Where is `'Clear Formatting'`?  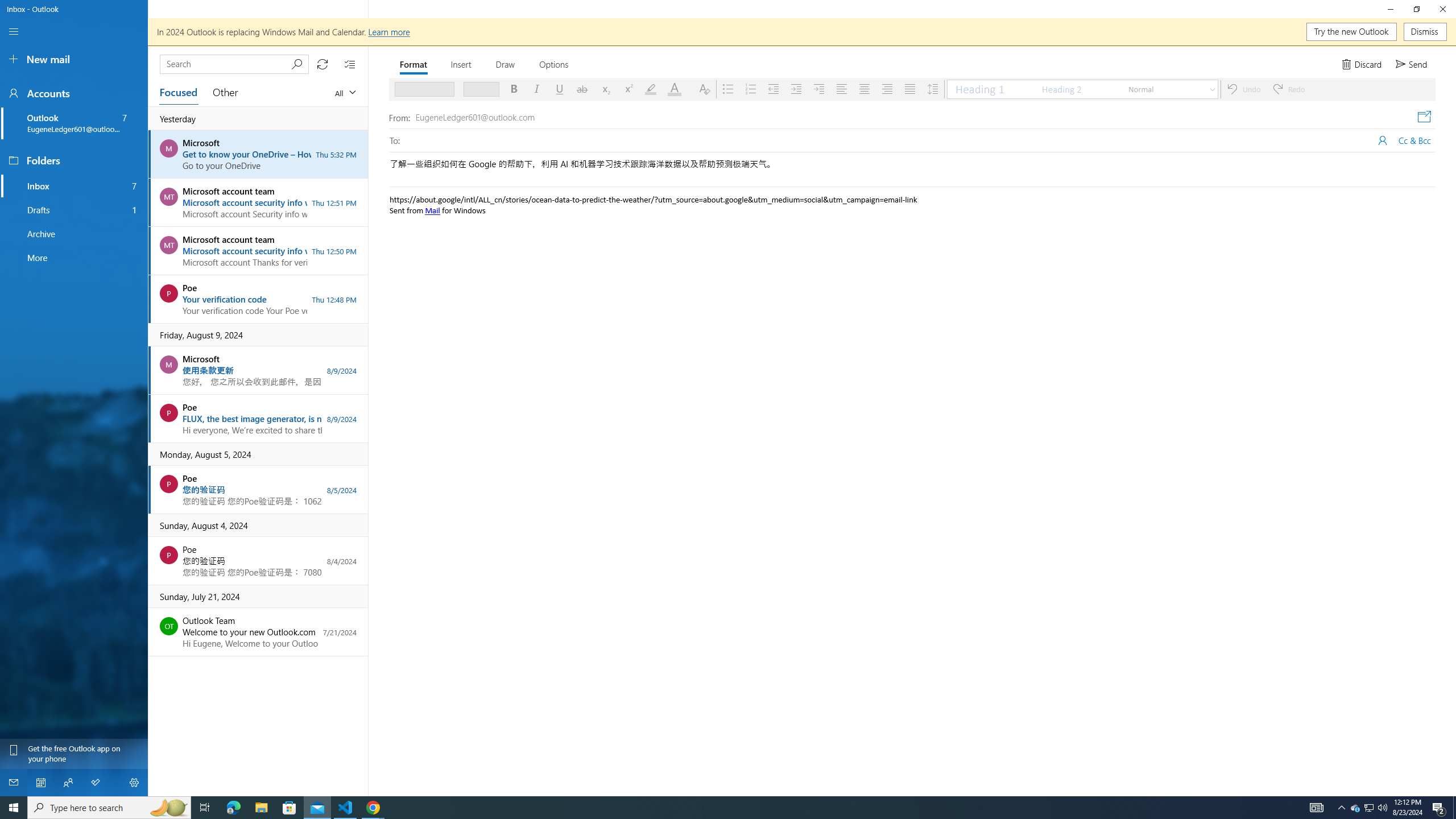
'Clear Formatting' is located at coordinates (705, 89).